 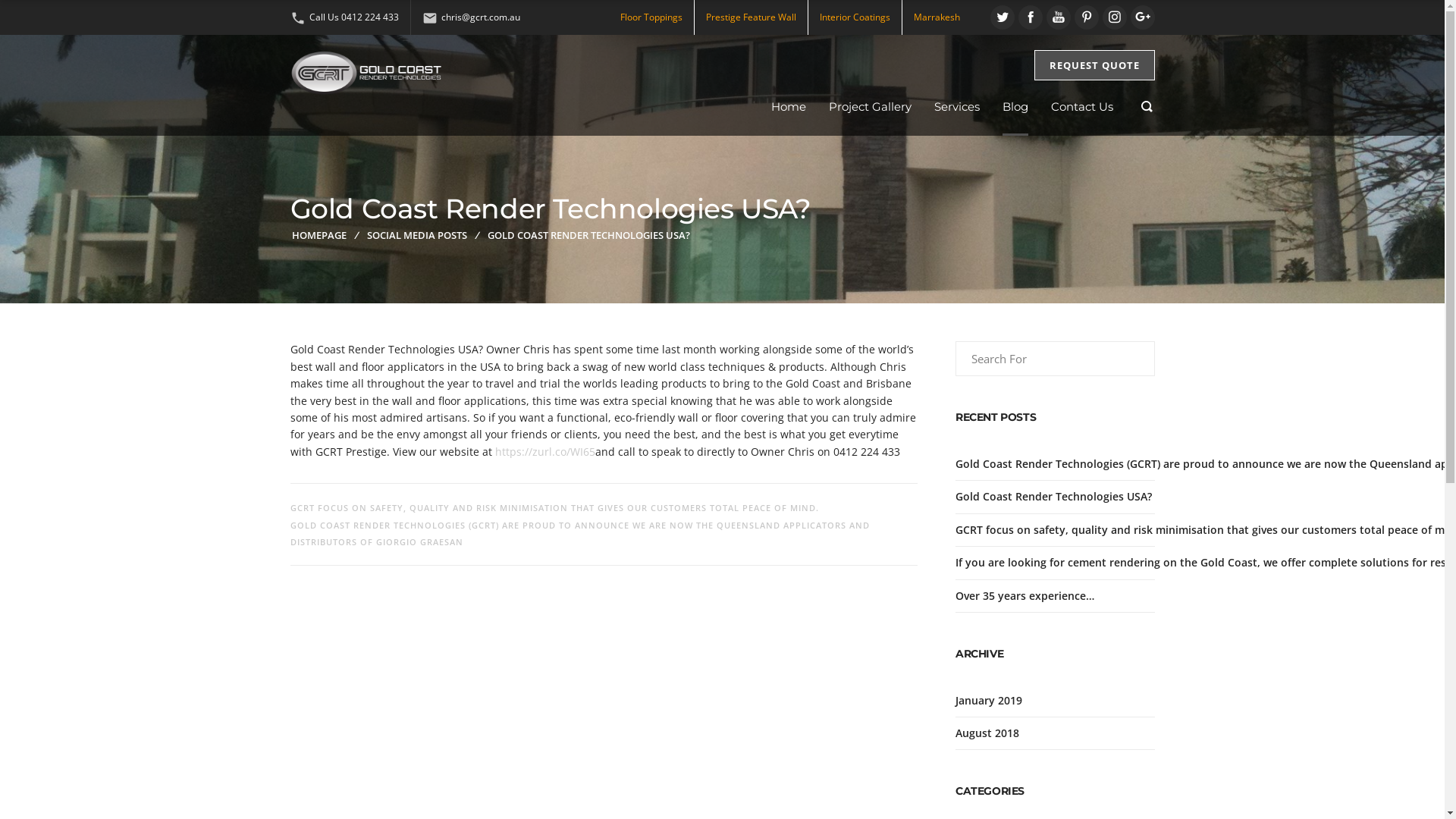 I want to click on 'emailchris@gcrt.com.au', so click(x=469, y=17).